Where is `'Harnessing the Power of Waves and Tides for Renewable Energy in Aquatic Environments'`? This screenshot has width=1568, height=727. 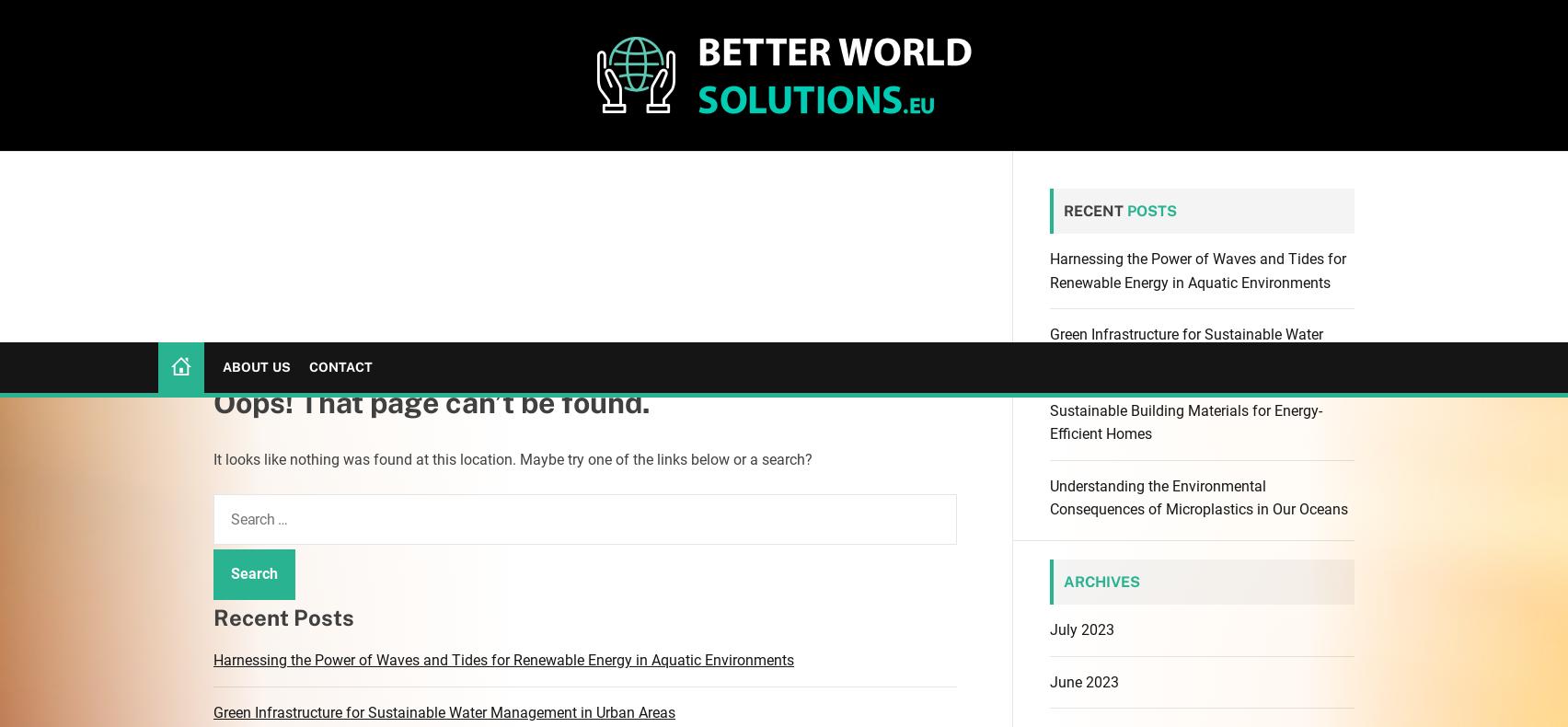 'Harnessing the Power of Waves and Tides for Renewable Energy in Aquatic Environments' is located at coordinates (503, 317).